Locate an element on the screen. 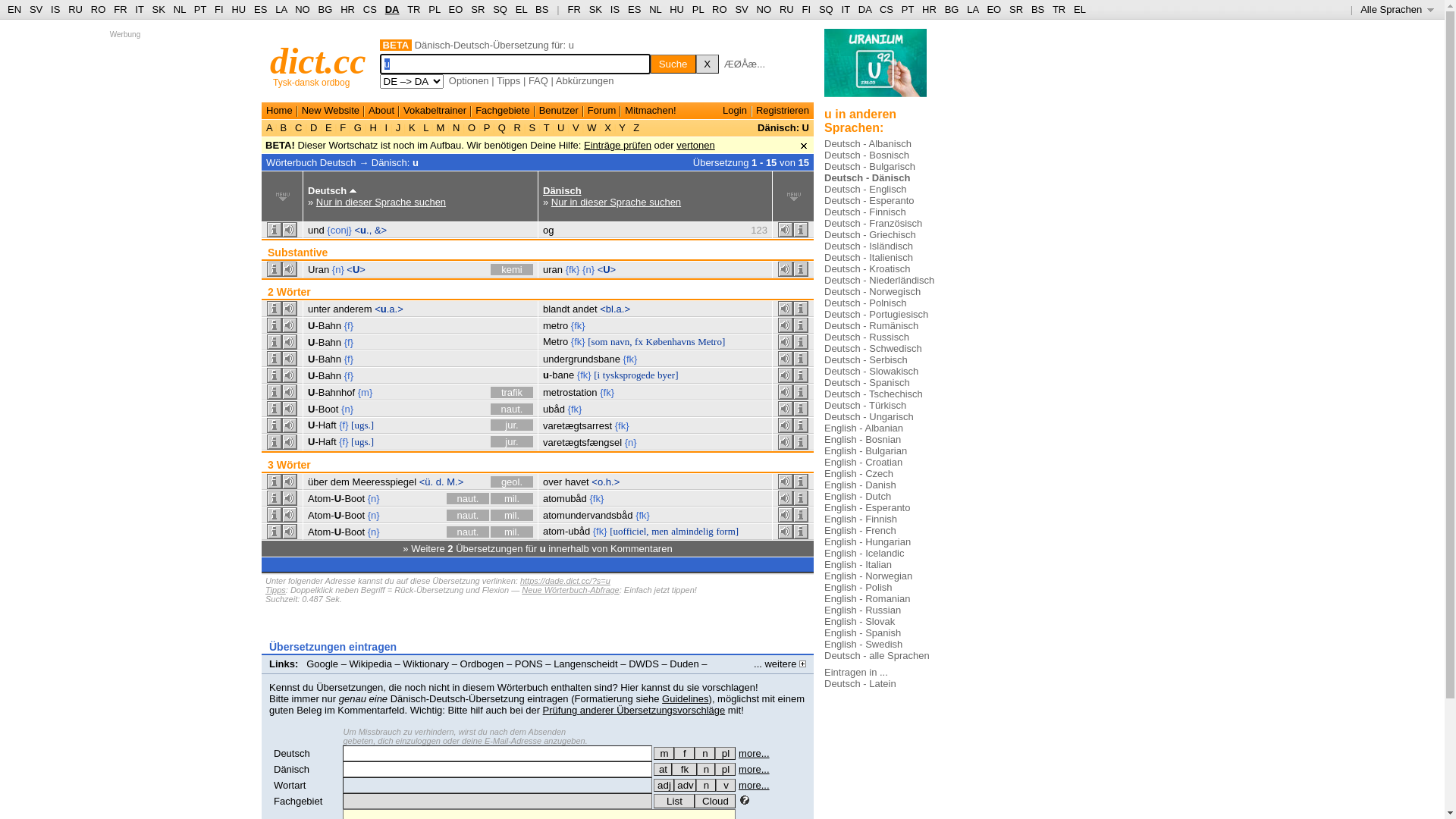 The image size is (1456, 819). 'jur.' is located at coordinates (512, 441).